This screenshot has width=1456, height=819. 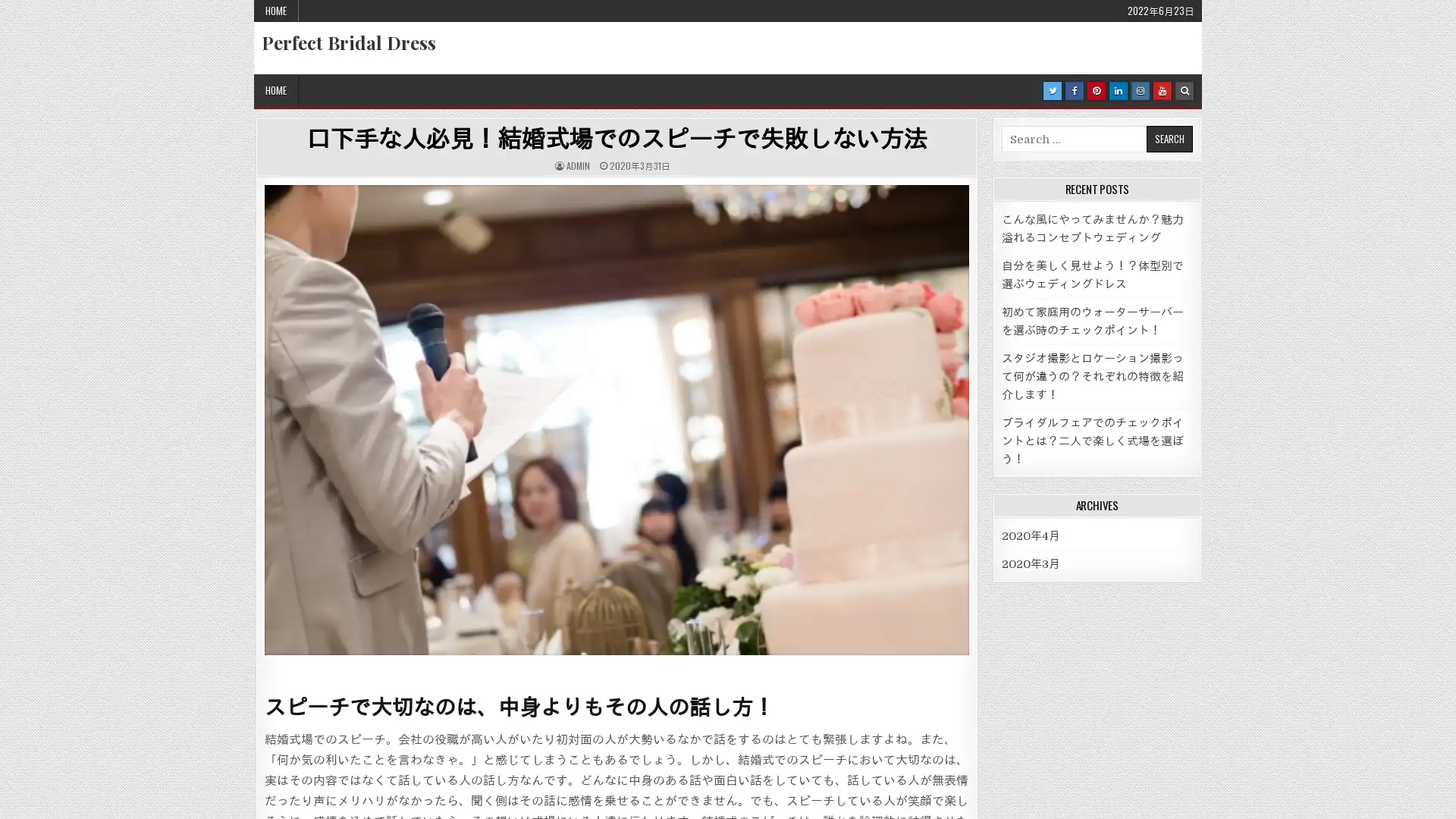 I want to click on Search, so click(x=1168, y=139).